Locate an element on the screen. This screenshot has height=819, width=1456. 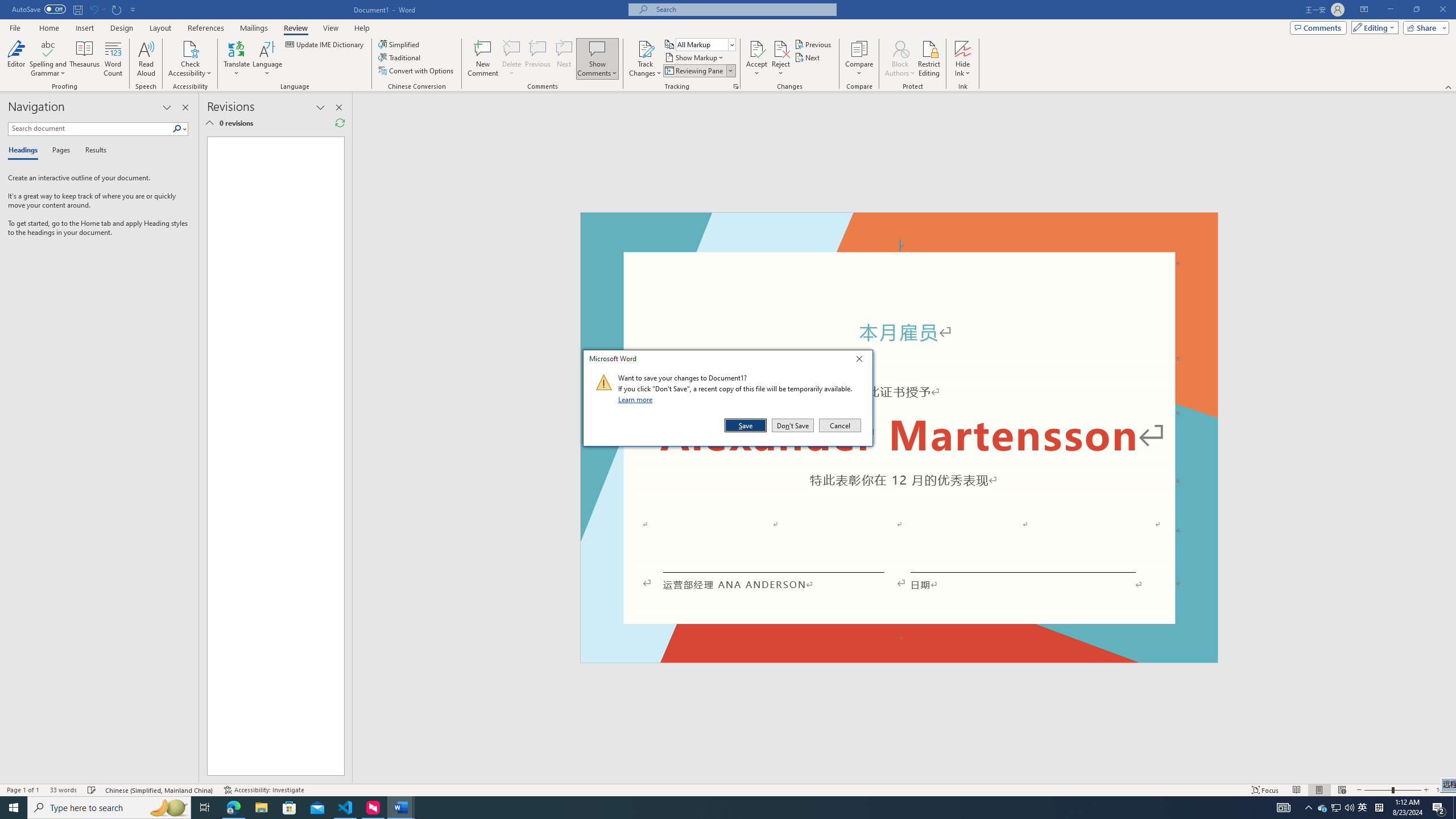
'Compare' is located at coordinates (859, 59).